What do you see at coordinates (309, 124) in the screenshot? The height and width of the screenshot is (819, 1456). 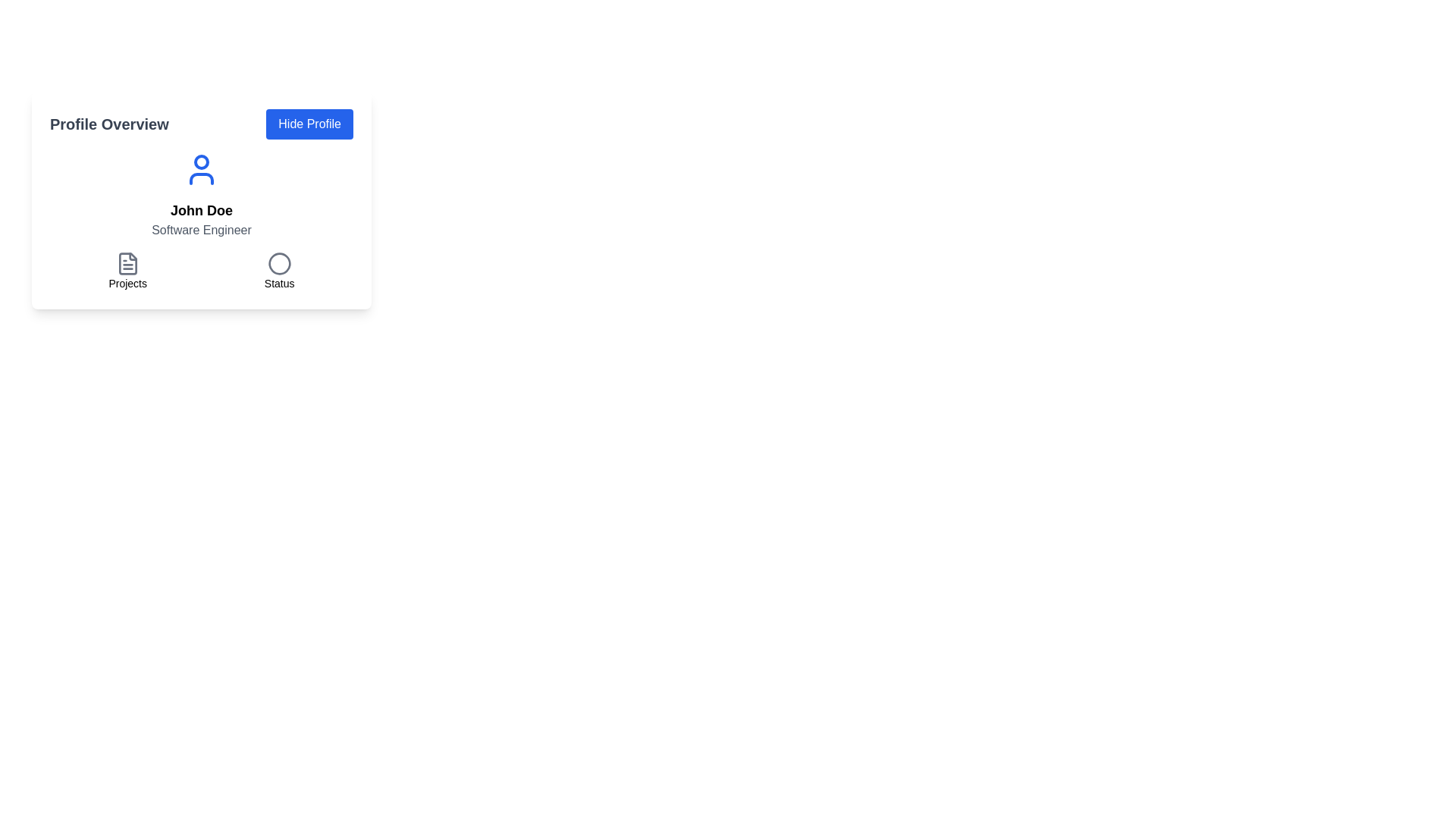 I see `the 'Hide Profile' button with rounded edges in the 'Profile Overview' section` at bounding box center [309, 124].